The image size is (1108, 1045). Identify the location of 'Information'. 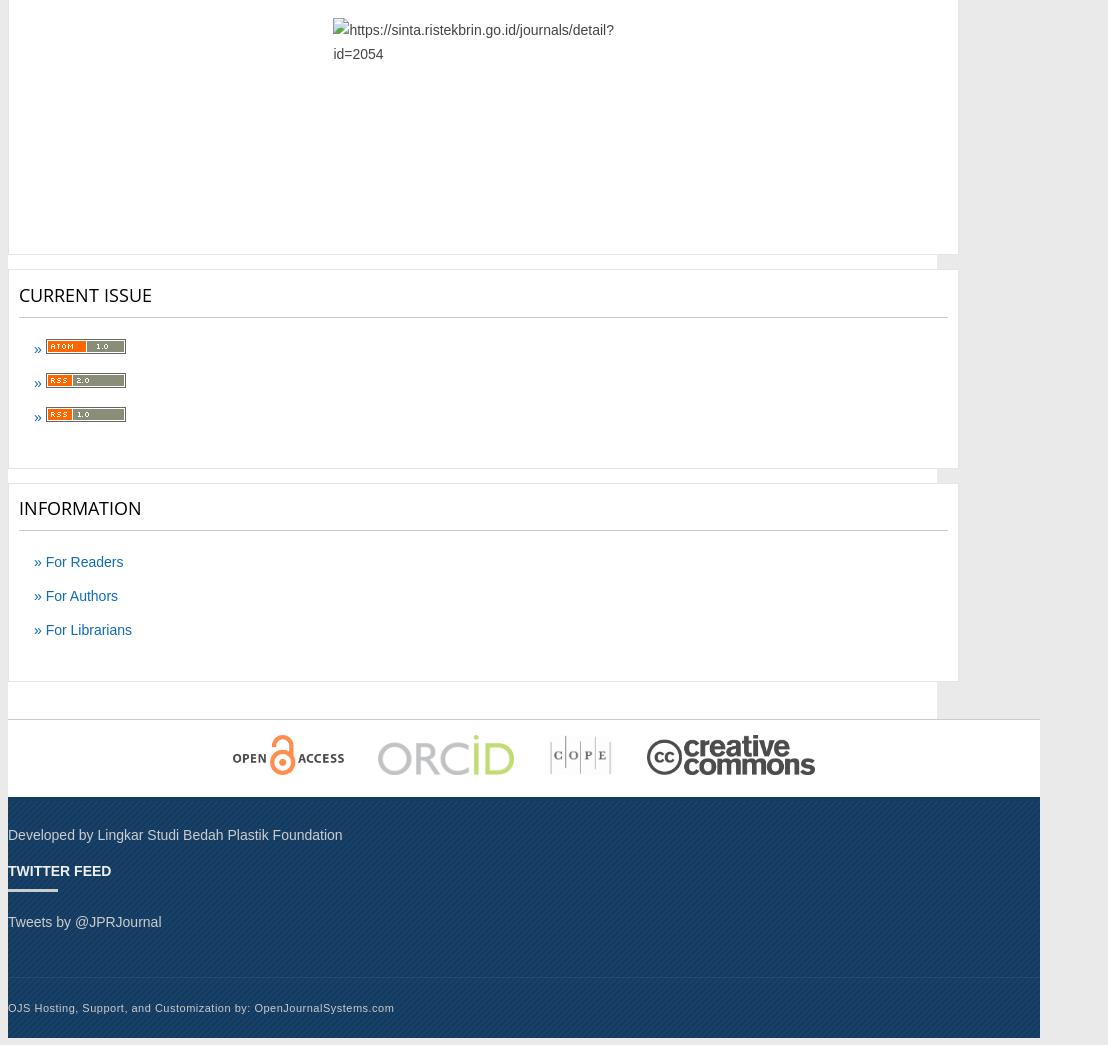
(79, 506).